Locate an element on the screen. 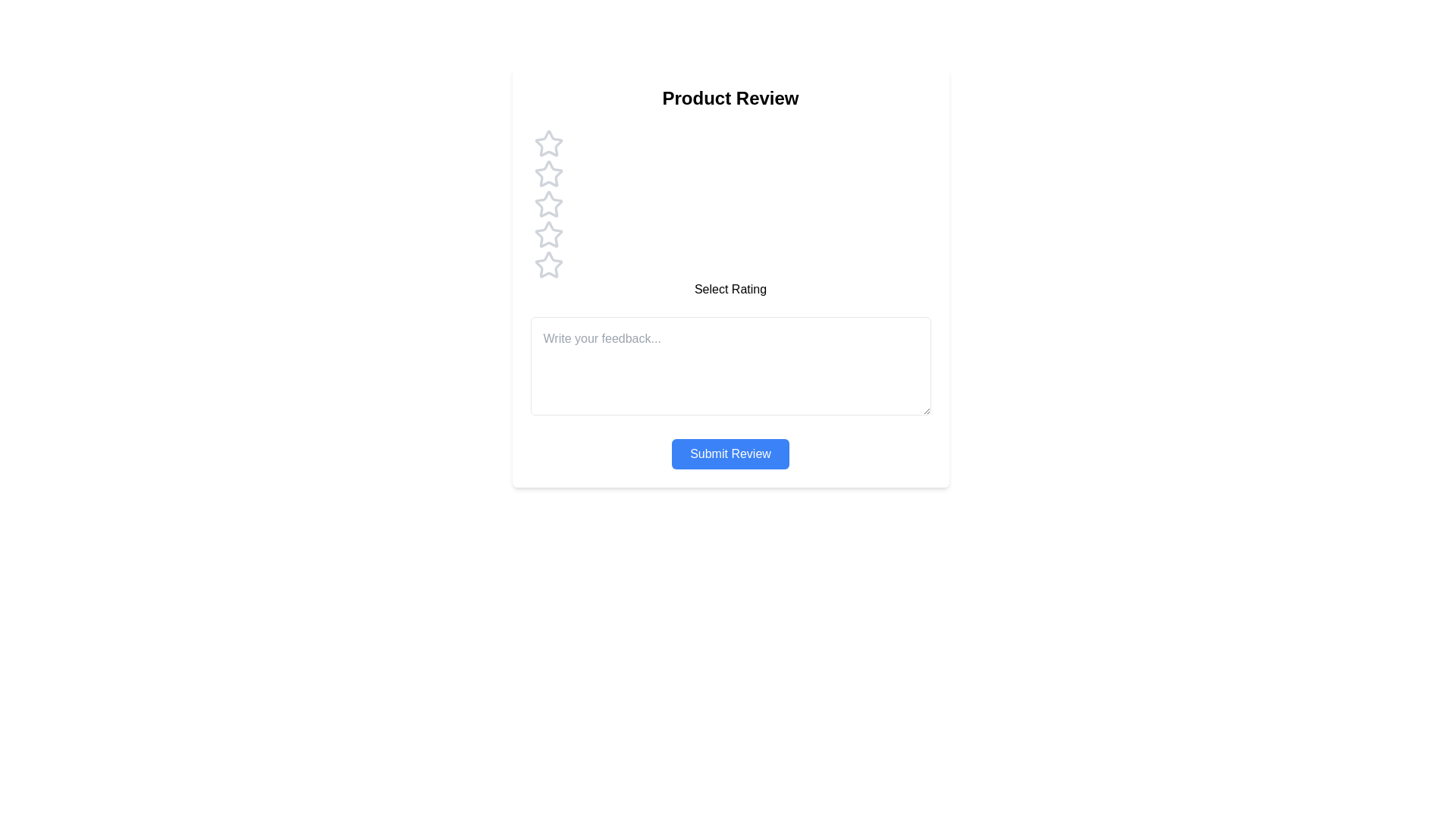  the topmost star-shaped rating icon in the feedback form is located at coordinates (548, 143).